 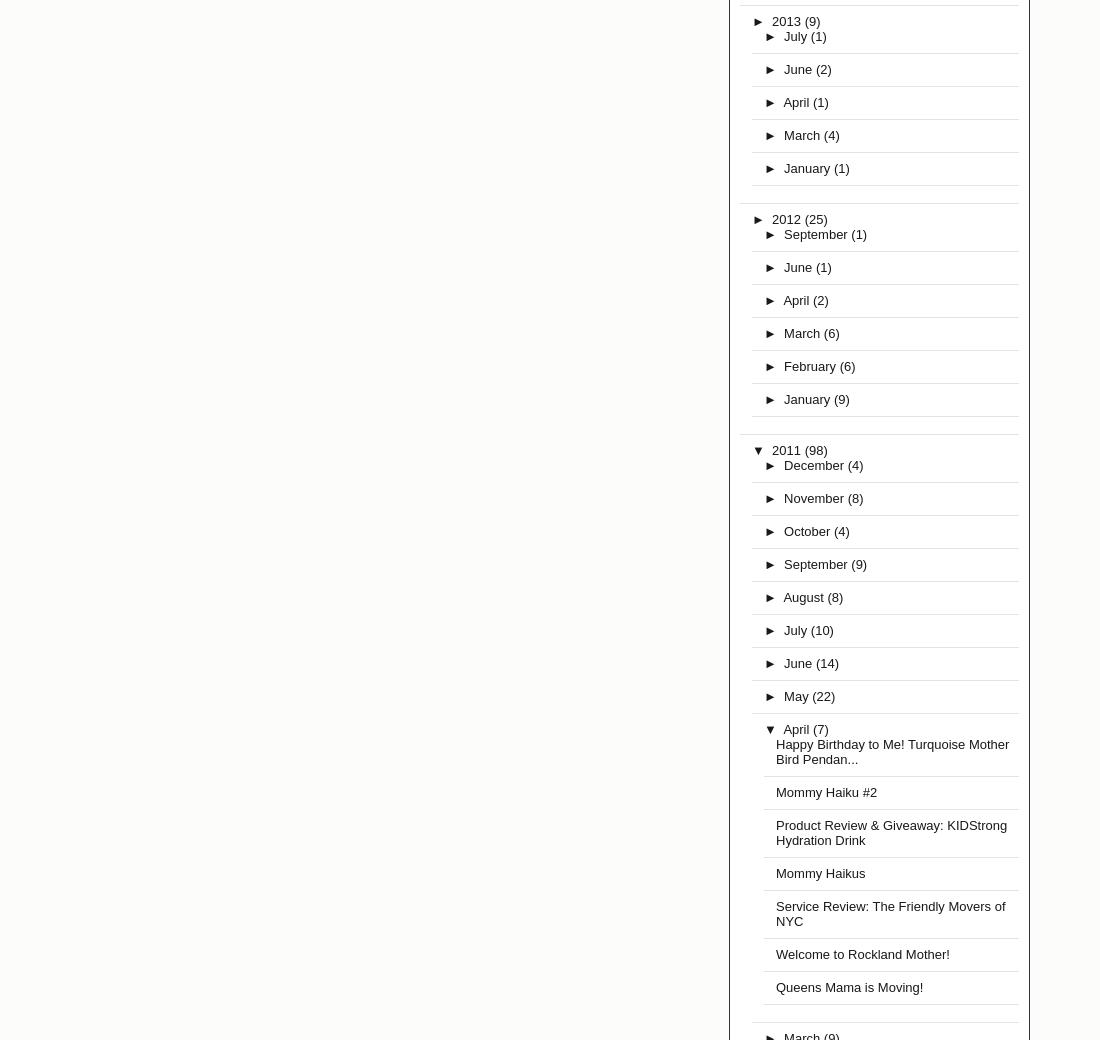 I want to click on 'Service Review: The Friendly Movers of NYC', so click(x=889, y=913).